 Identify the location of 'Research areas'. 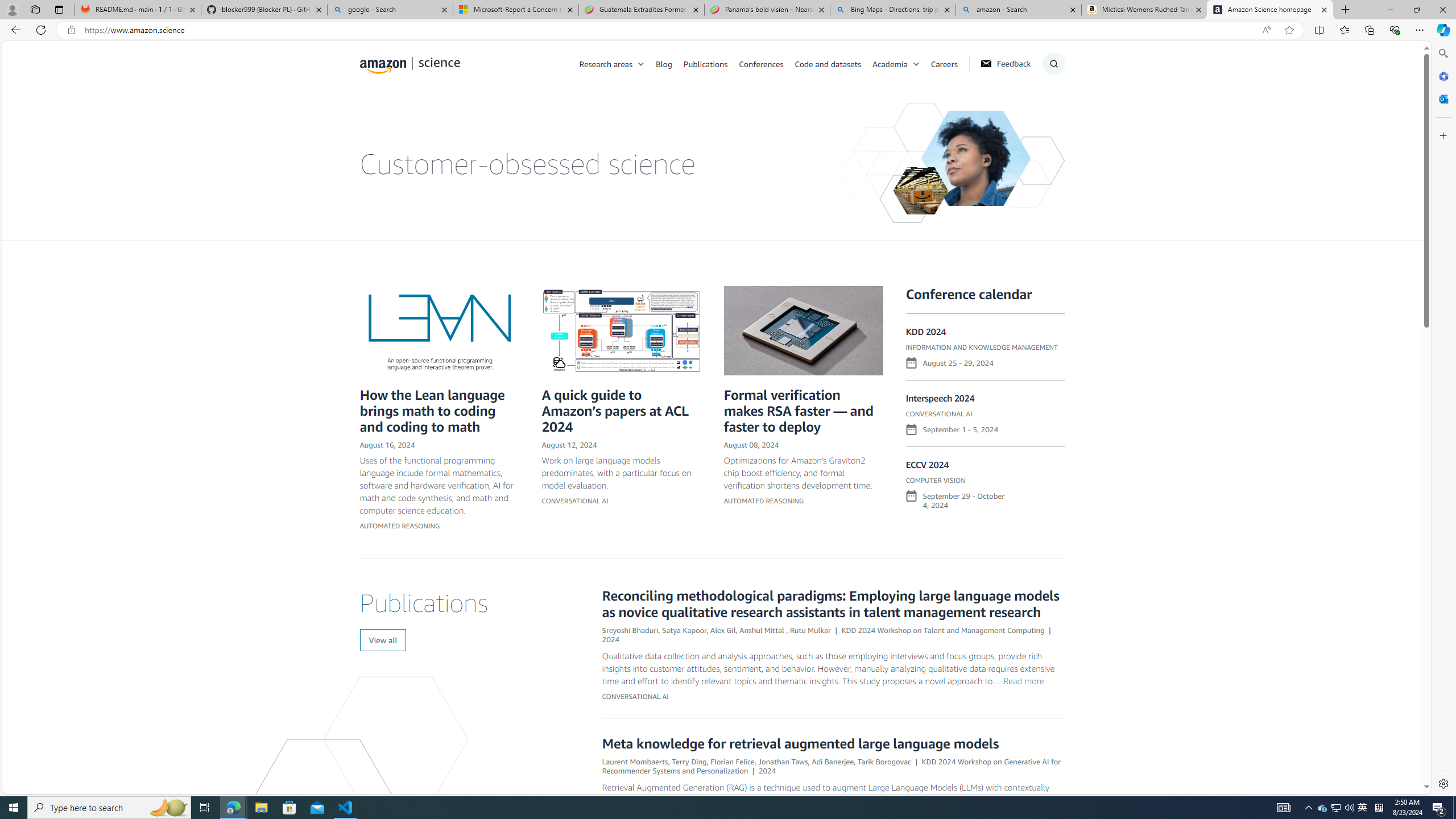
(606, 63).